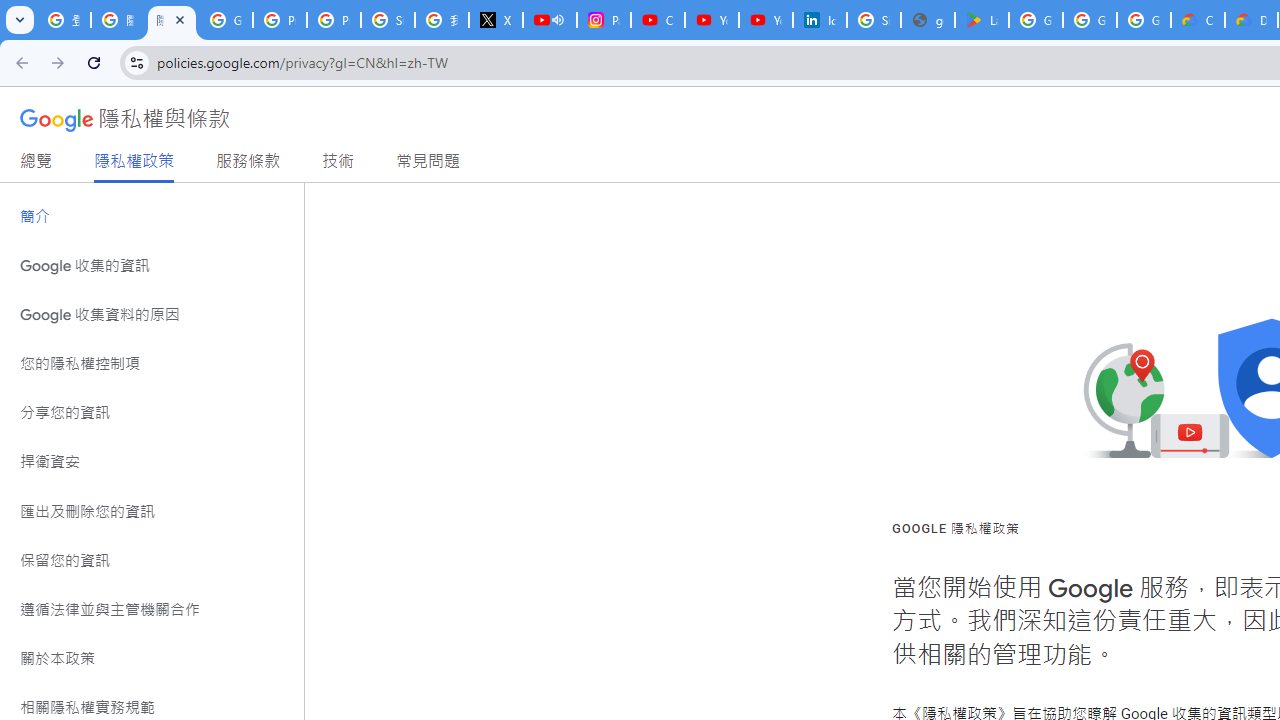 This screenshot has height=720, width=1280. Describe the element at coordinates (981, 20) in the screenshot. I see `'Last Shelter: Survival - Apps on Google Play'` at that location.